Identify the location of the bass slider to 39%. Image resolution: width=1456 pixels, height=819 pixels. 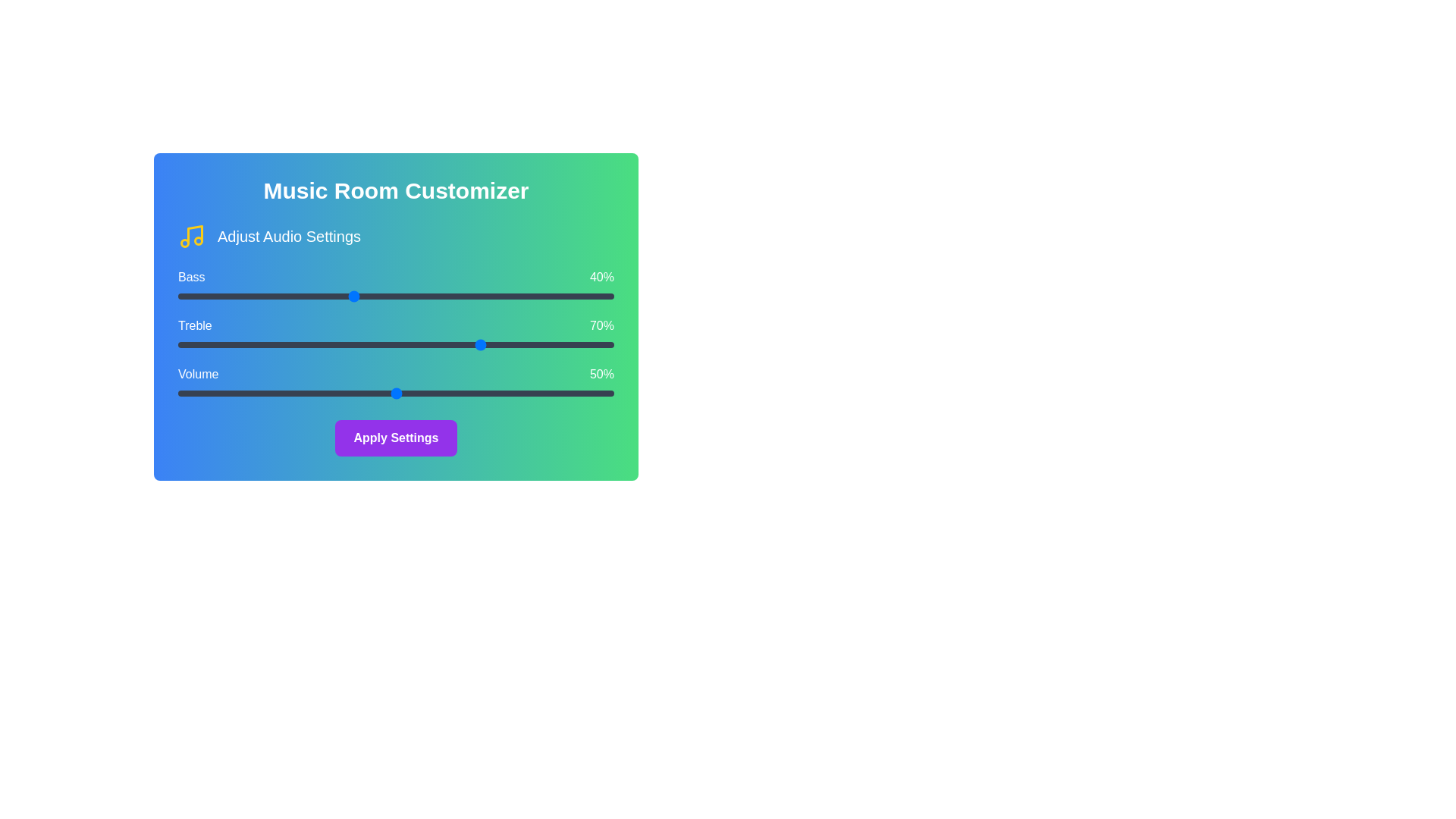
(347, 296).